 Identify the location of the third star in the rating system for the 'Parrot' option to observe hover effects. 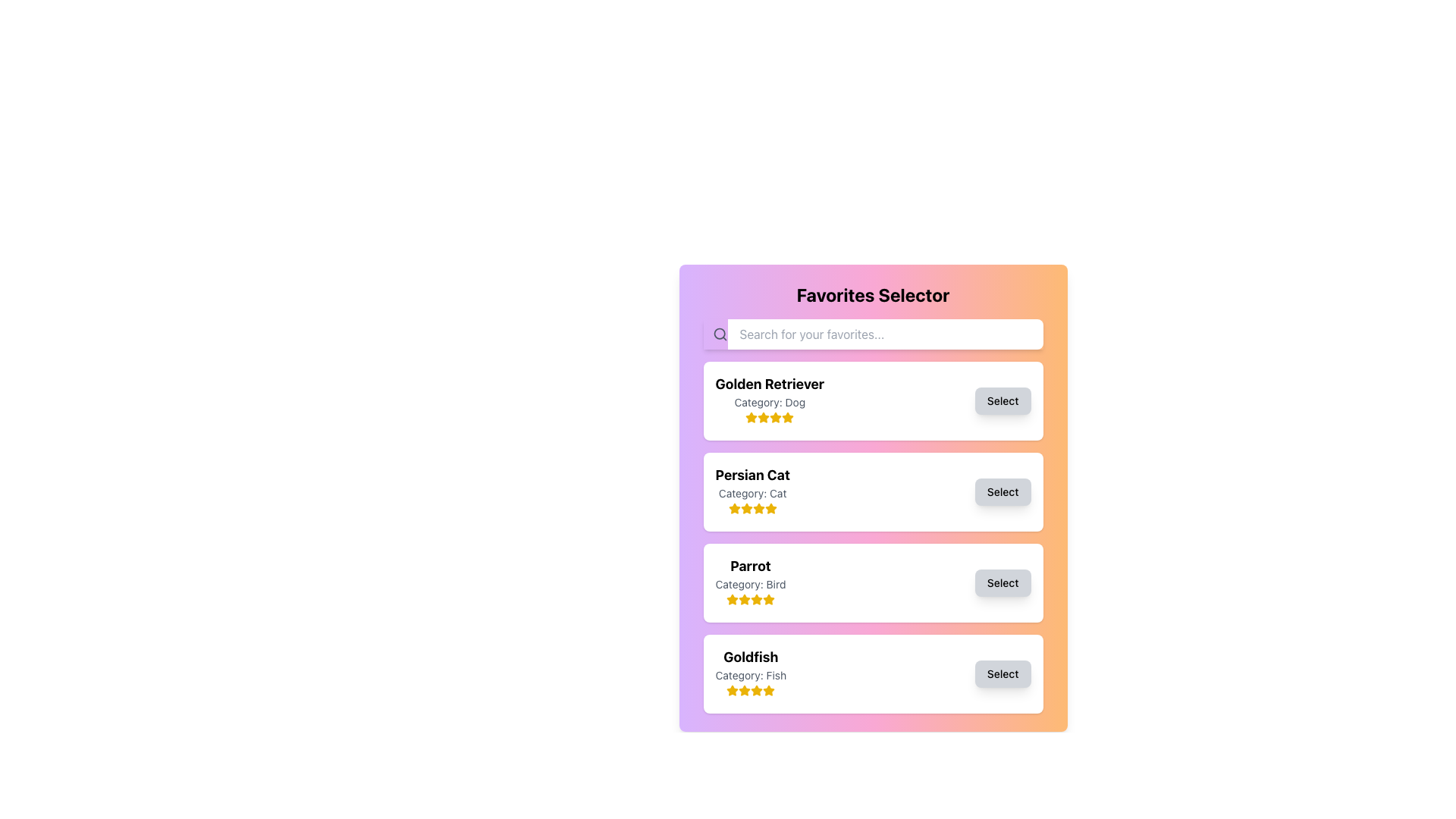
(757, 598).